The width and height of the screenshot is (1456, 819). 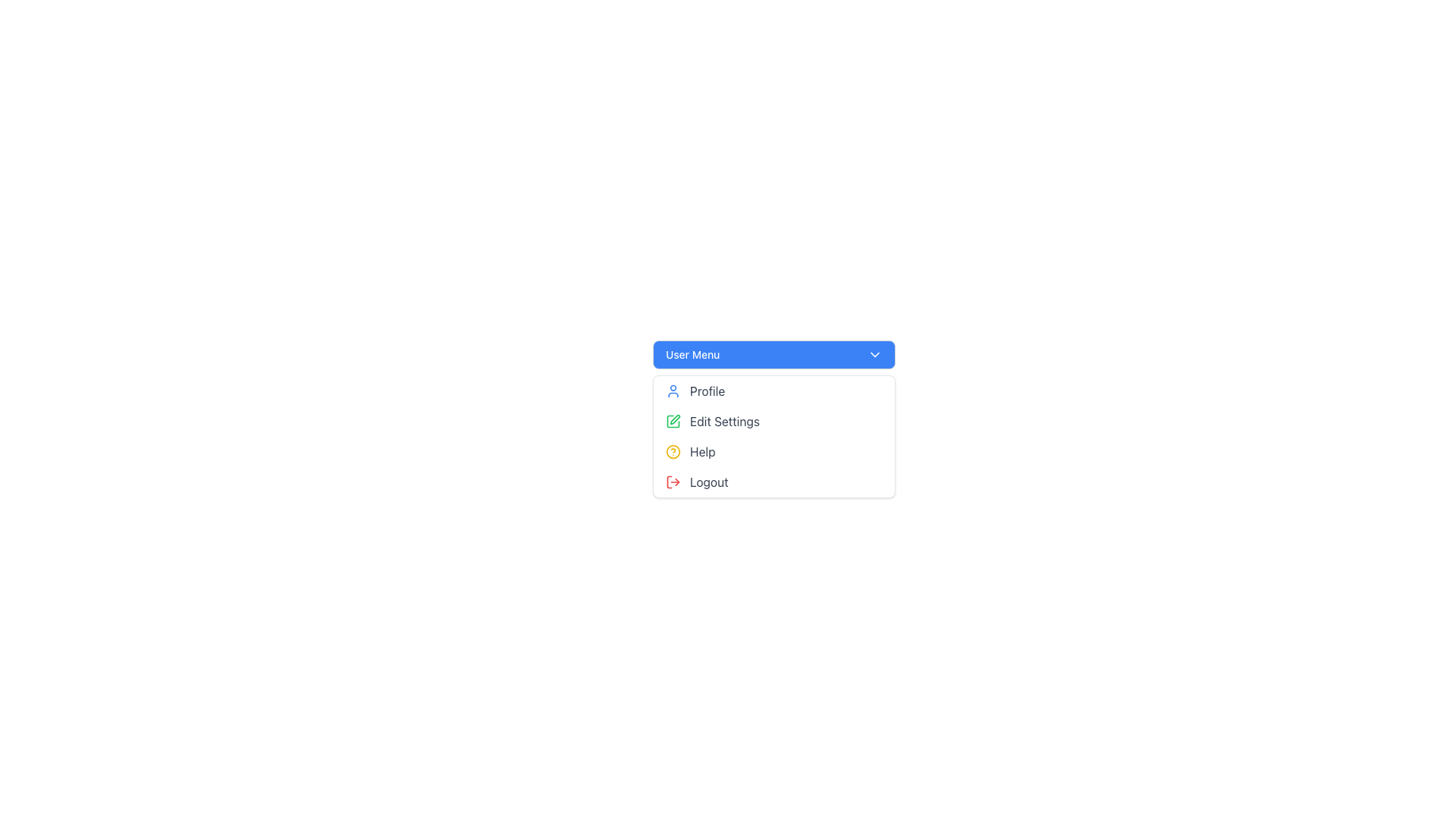 What do you see at coordinates (774, 436) in the screenshot?
I see `the dropdown menu` at bounding box center [774, 436].